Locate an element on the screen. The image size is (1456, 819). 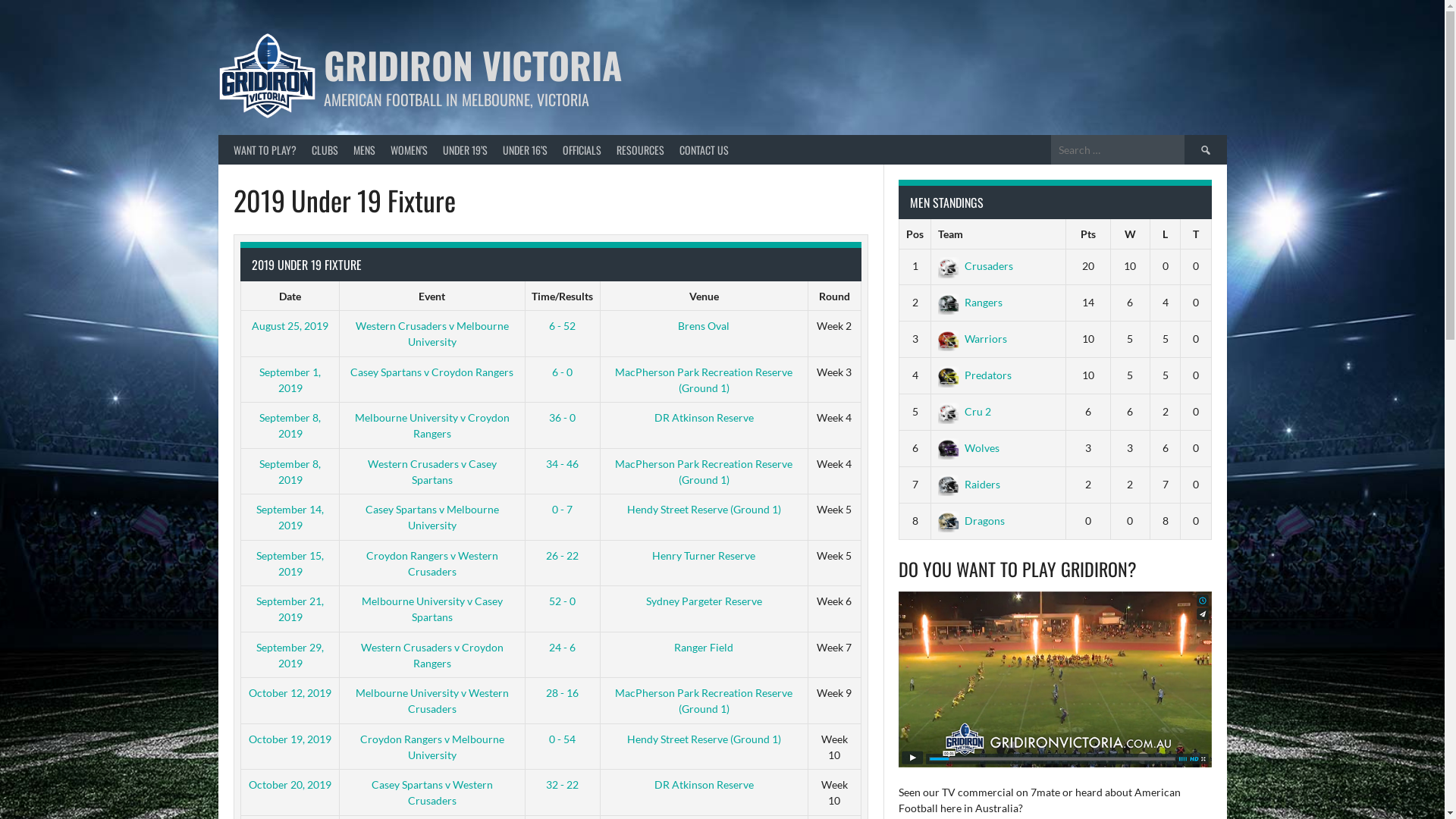
'Henry Turner Reserve' is located at coordinates (702, 555).